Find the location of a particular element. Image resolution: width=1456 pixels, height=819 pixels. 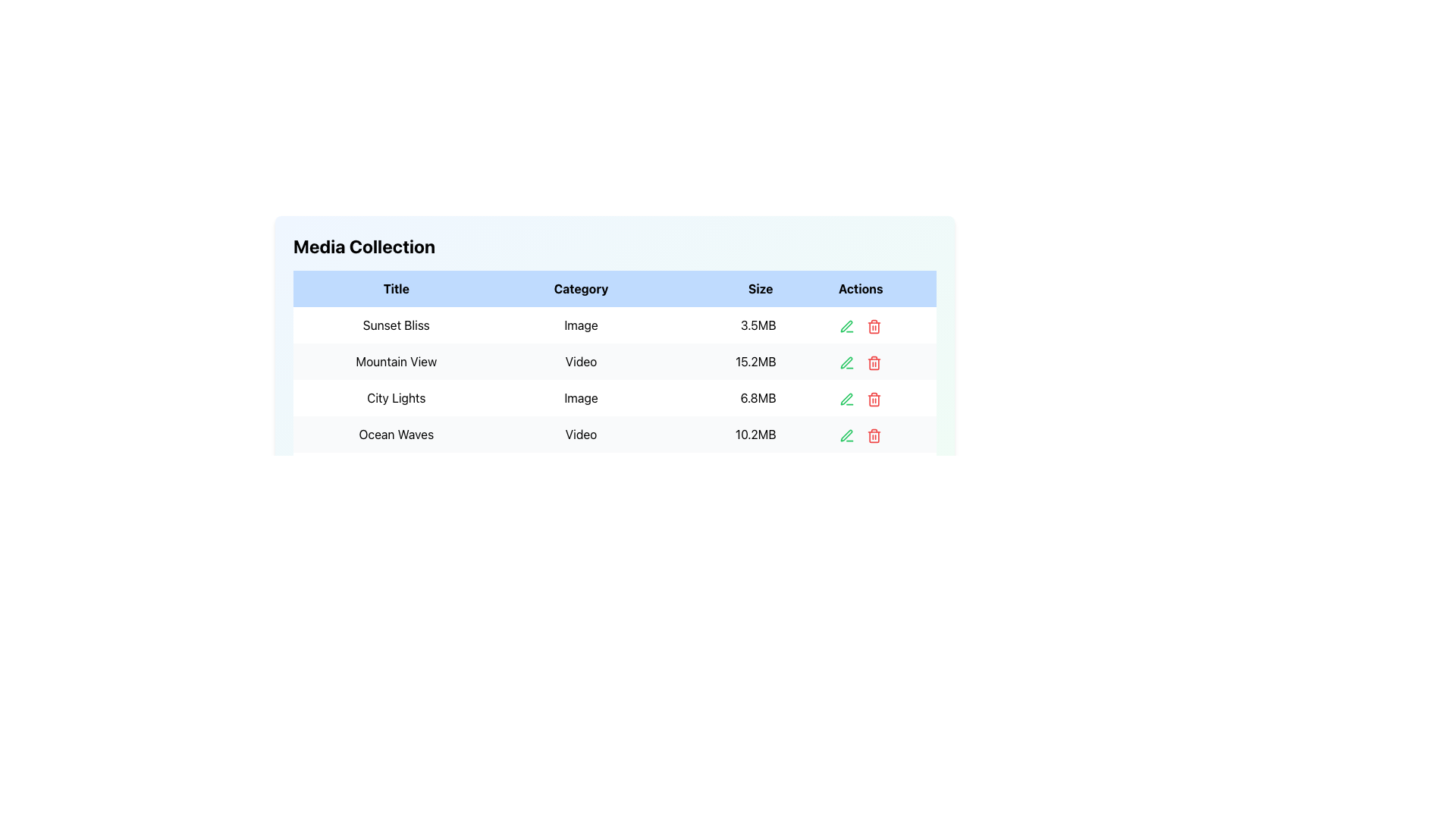

the blank spacer element located in the 'Actions' column of the first row, positioned between the green pencil icon and the red trashcan icon is located at coordinates (861, 324).